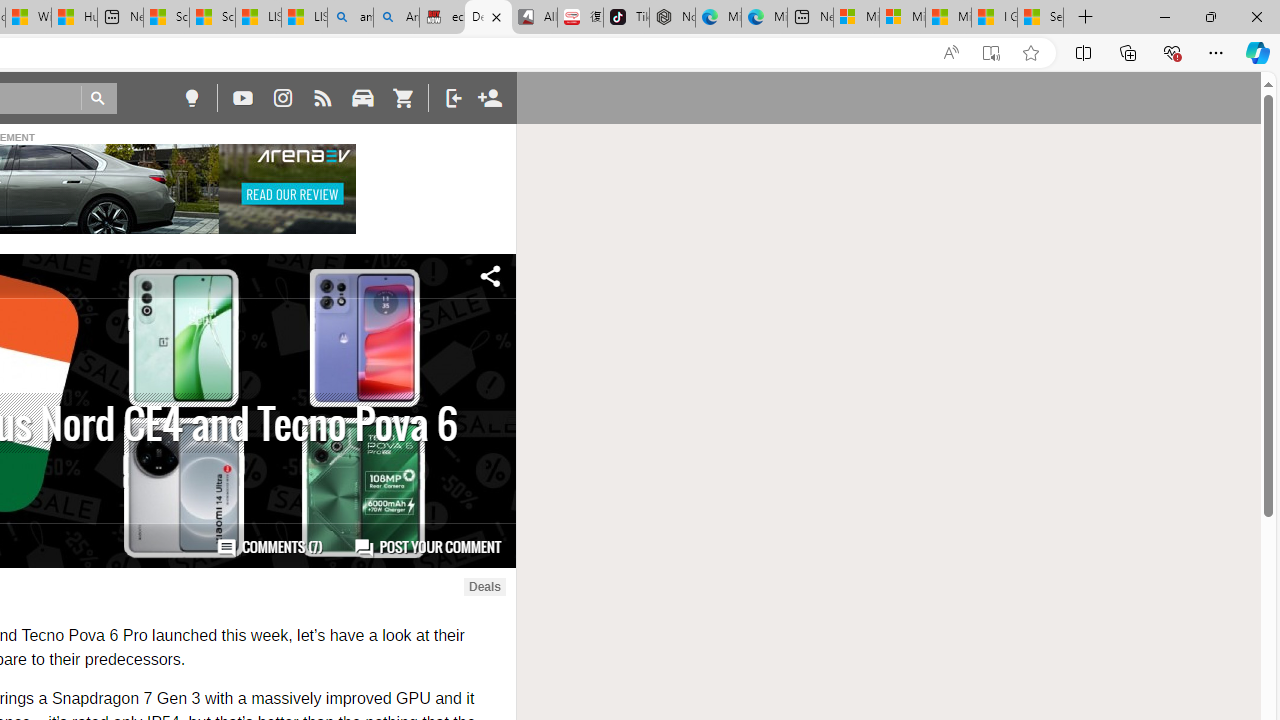 This screenshot has width=1280, height=720. Describe the element at coordinates (74, 17) in the screenshot. I see `'Huge shark washes ashore at New York City beach | Watch'` at that location.